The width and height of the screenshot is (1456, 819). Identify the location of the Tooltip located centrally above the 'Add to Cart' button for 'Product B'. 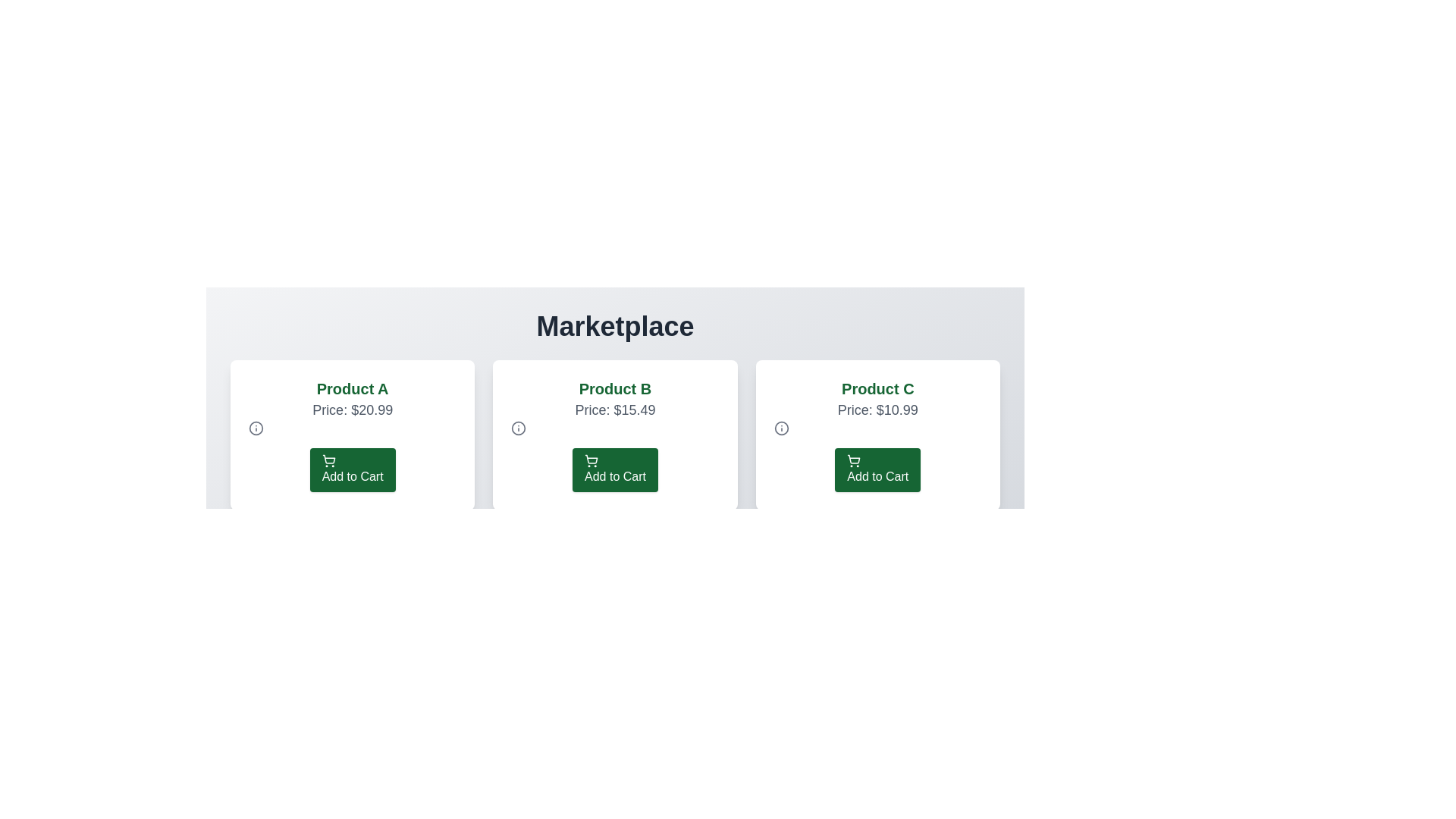
(615, 412).